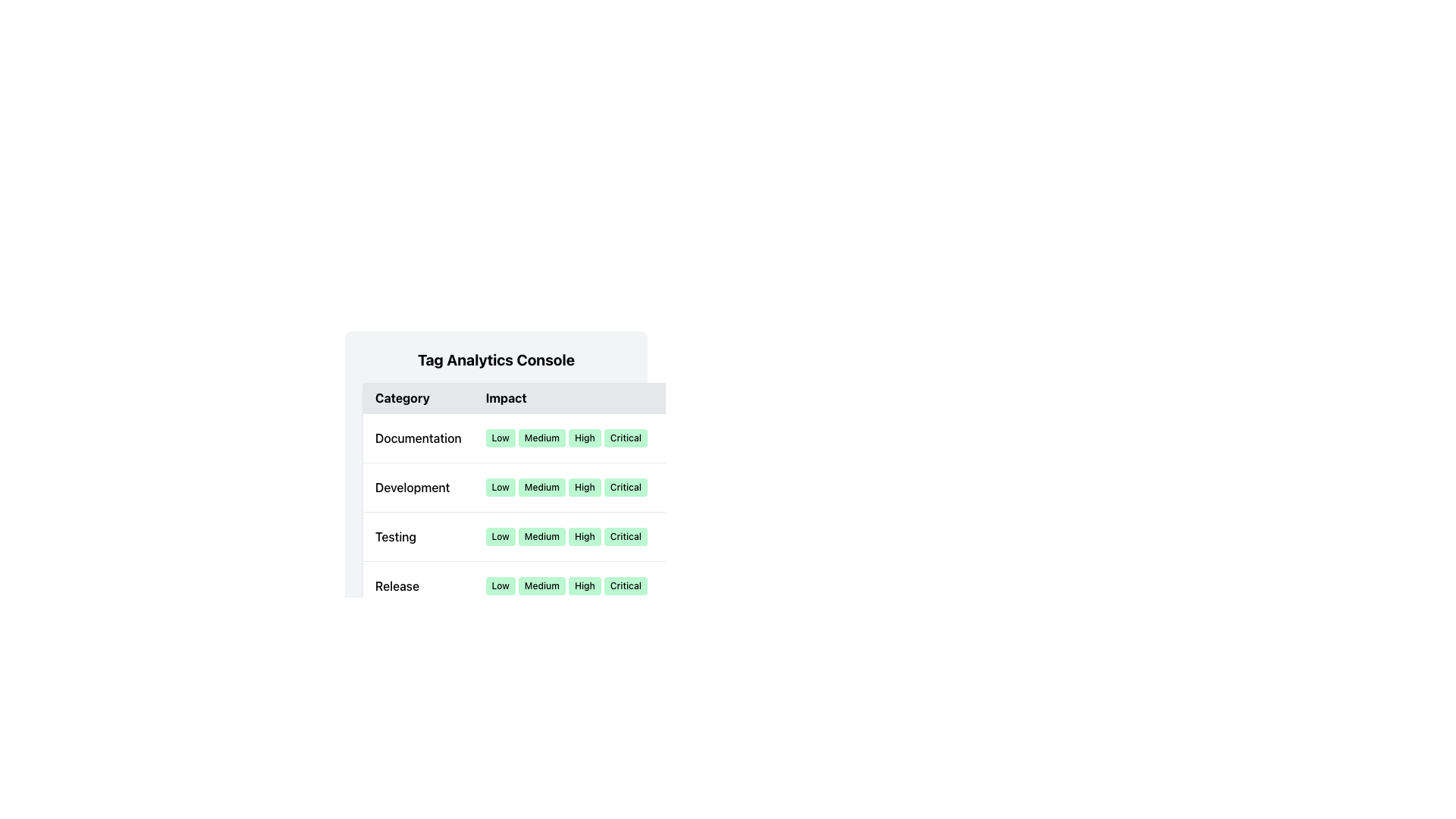 Image resolution: width=1456 pixels, height=819 pixels. I want to click on the third row in the table under the 'Category' column labeled 'Testing', so click(545, 536).